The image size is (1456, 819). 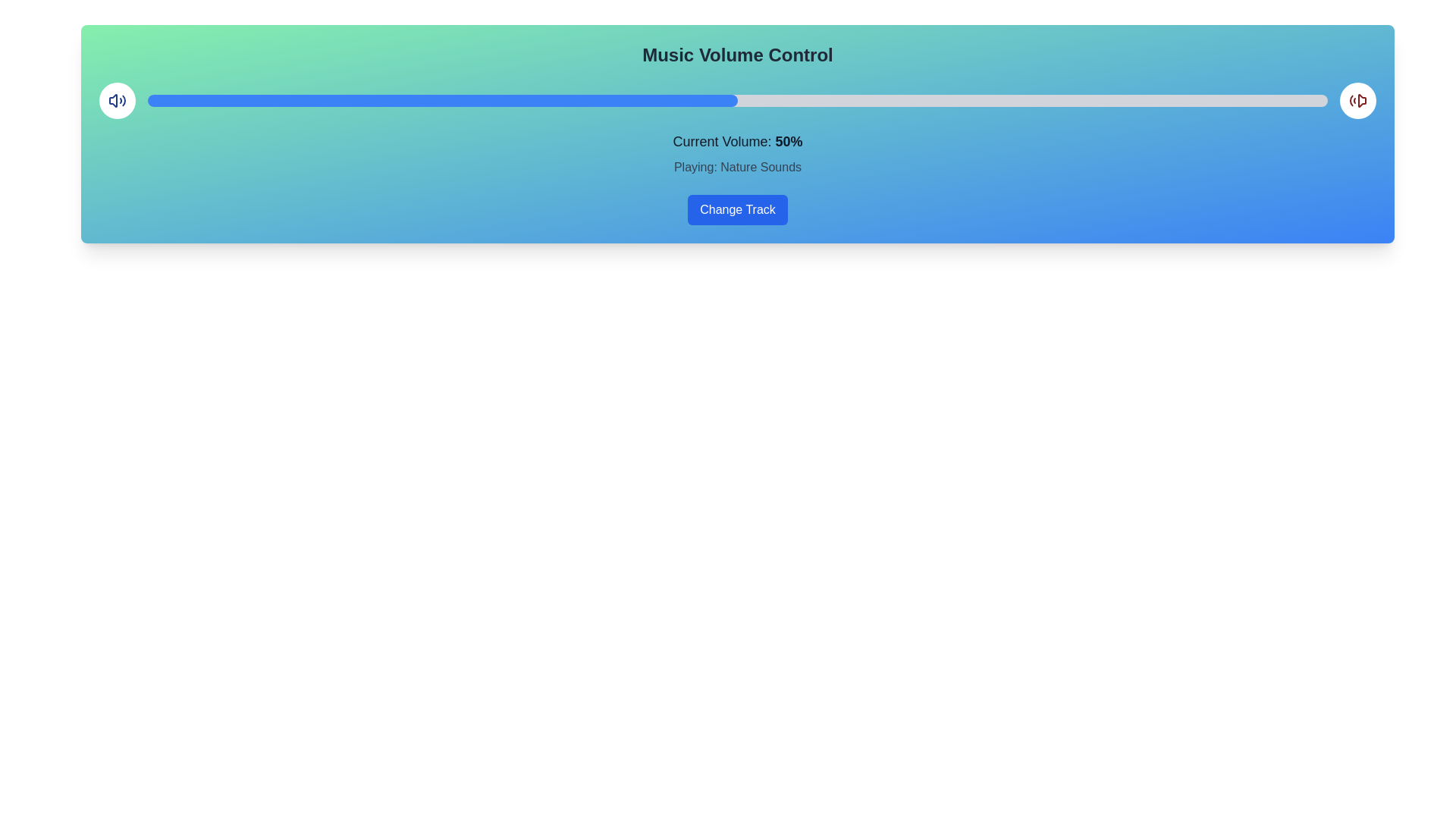 I want to click on the circular button with a white background and a red speaker icon located at the far right end of the horizontal volume control slider, so click(x=1357, y=100).